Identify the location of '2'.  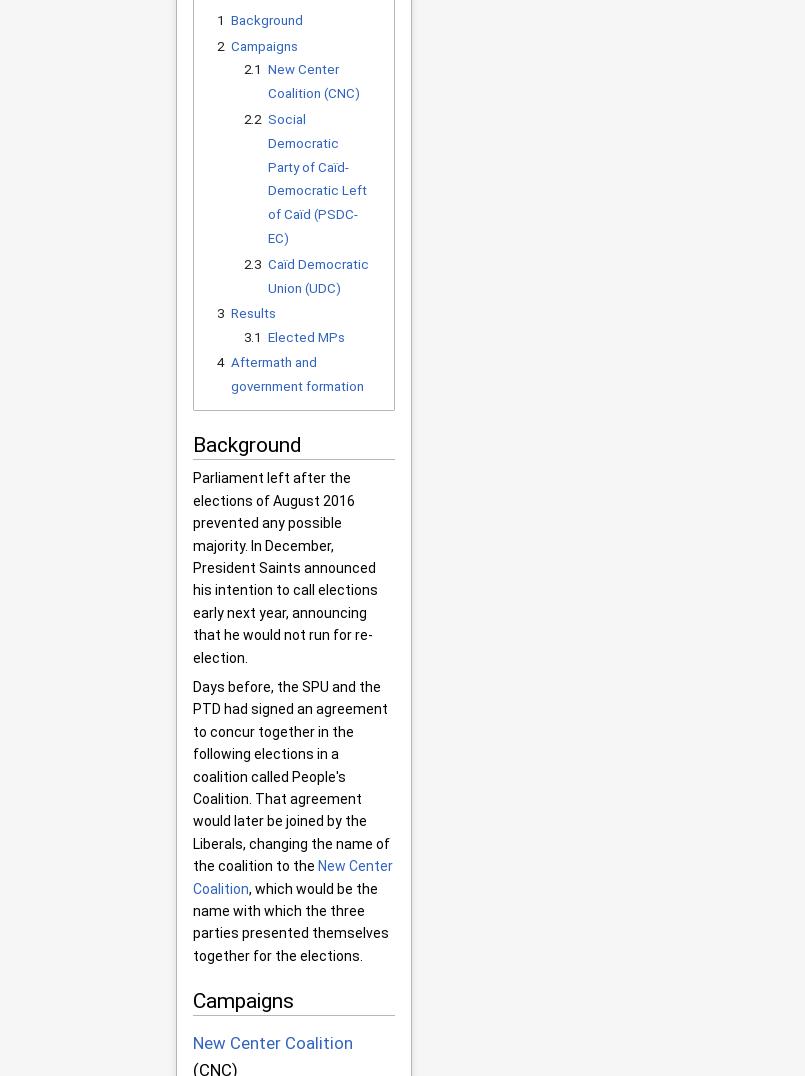
(216, 44).